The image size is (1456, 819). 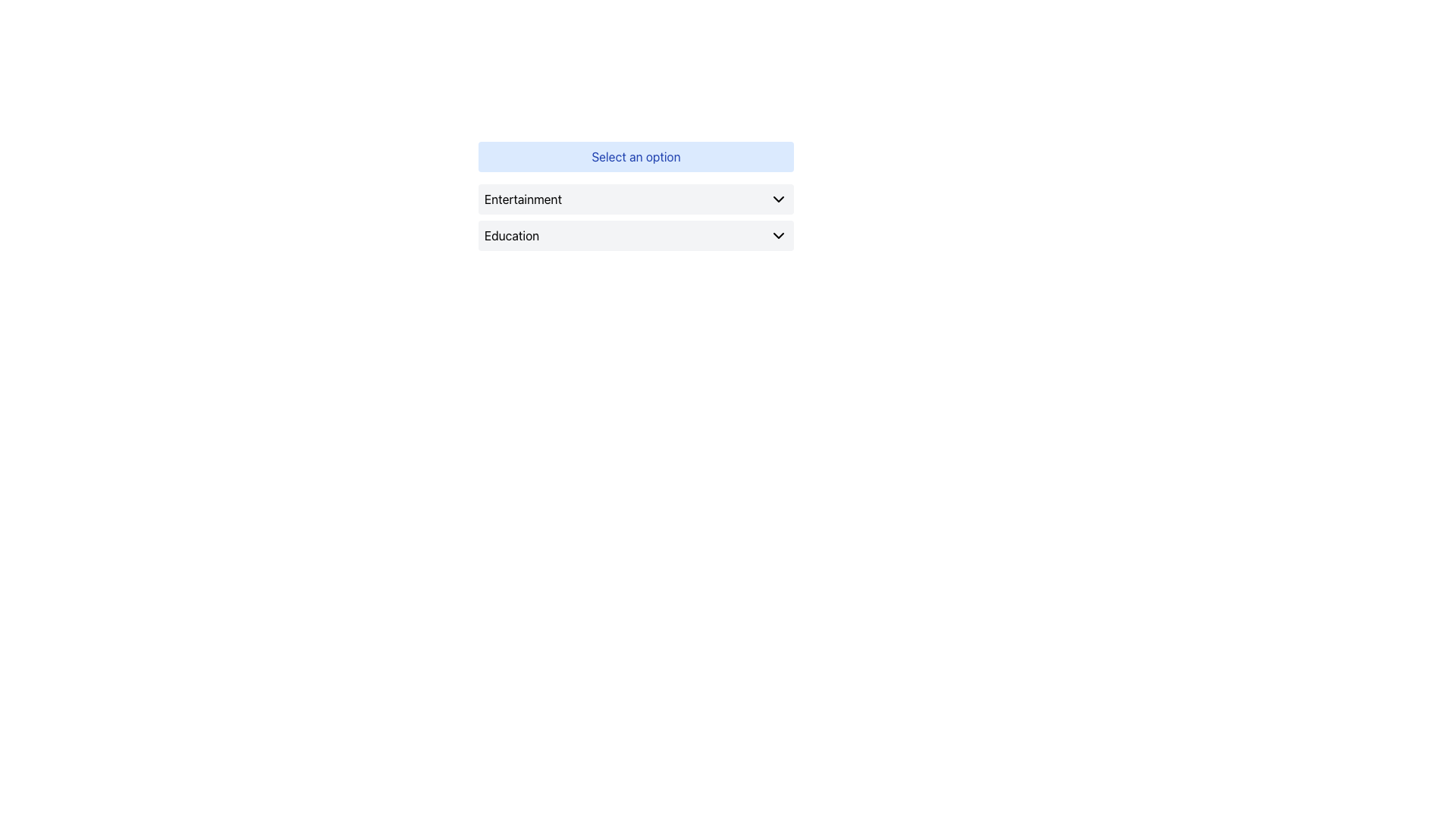 What do you see at coordinates (636, 198) in the screenshot?
I see `the first selectable list item labeled 'Entertainment'` at bounding box center [636, 198].